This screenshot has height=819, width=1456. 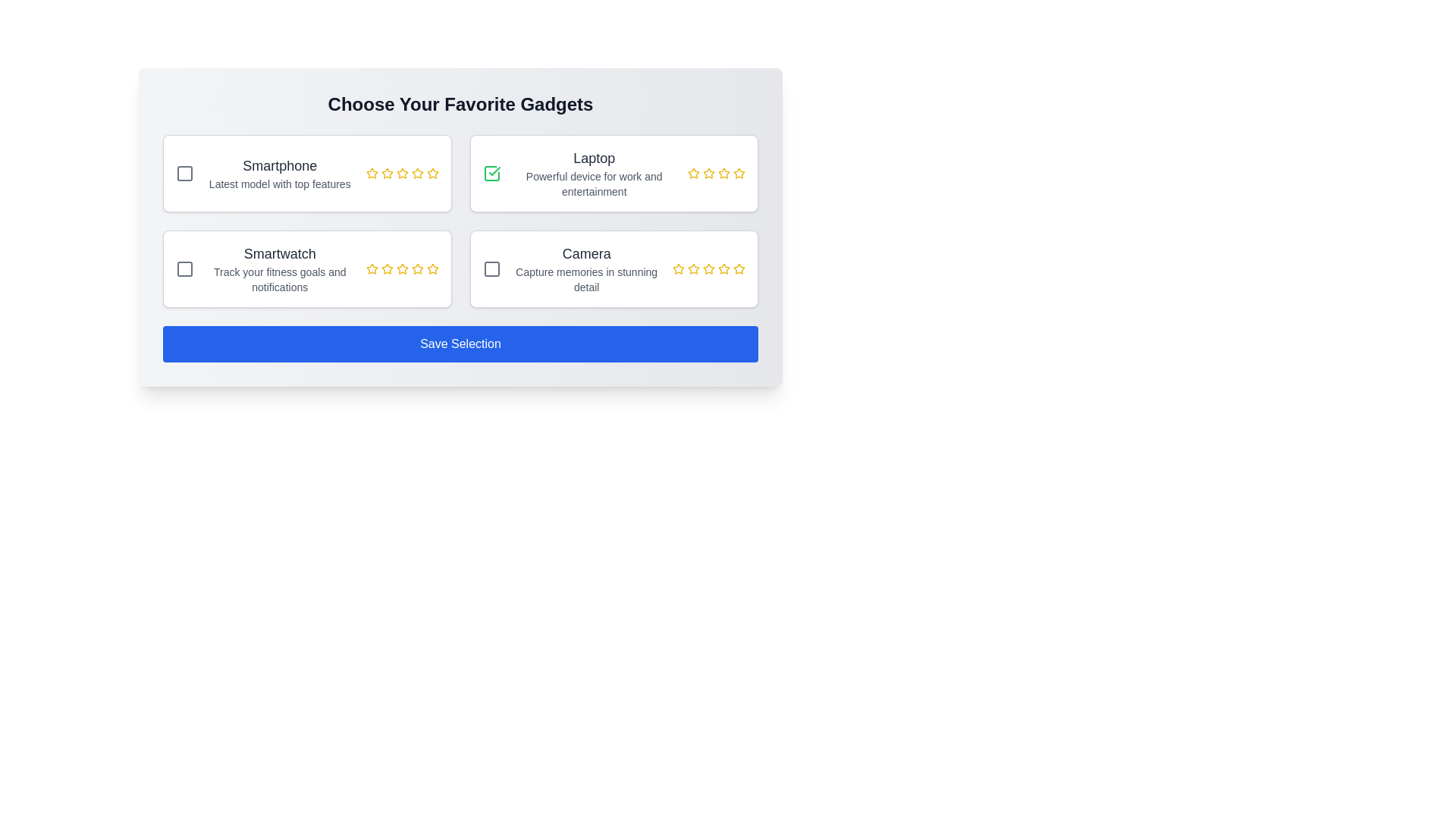 I want to click on the descriptive Text Label that provides additional details about the 'Smartwatch' option, located below and aligned to the left of the title 'Smartwatch', so click(x=280, y=280).